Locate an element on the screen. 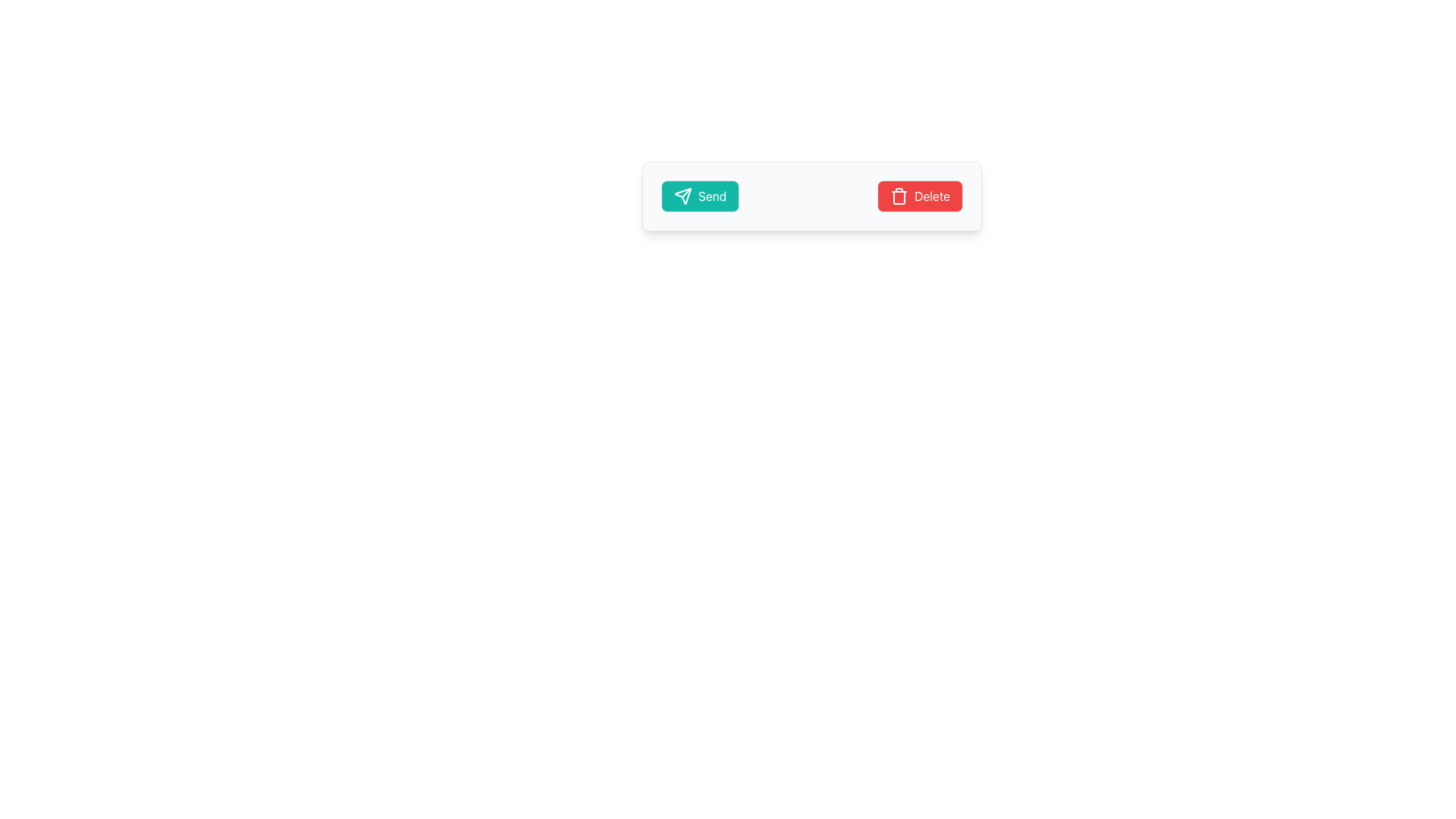  the trash can icon, which is part of the 'Delete' button with red text and background, located to the right of the green 'Send' button is located at coordinates (899, 195).